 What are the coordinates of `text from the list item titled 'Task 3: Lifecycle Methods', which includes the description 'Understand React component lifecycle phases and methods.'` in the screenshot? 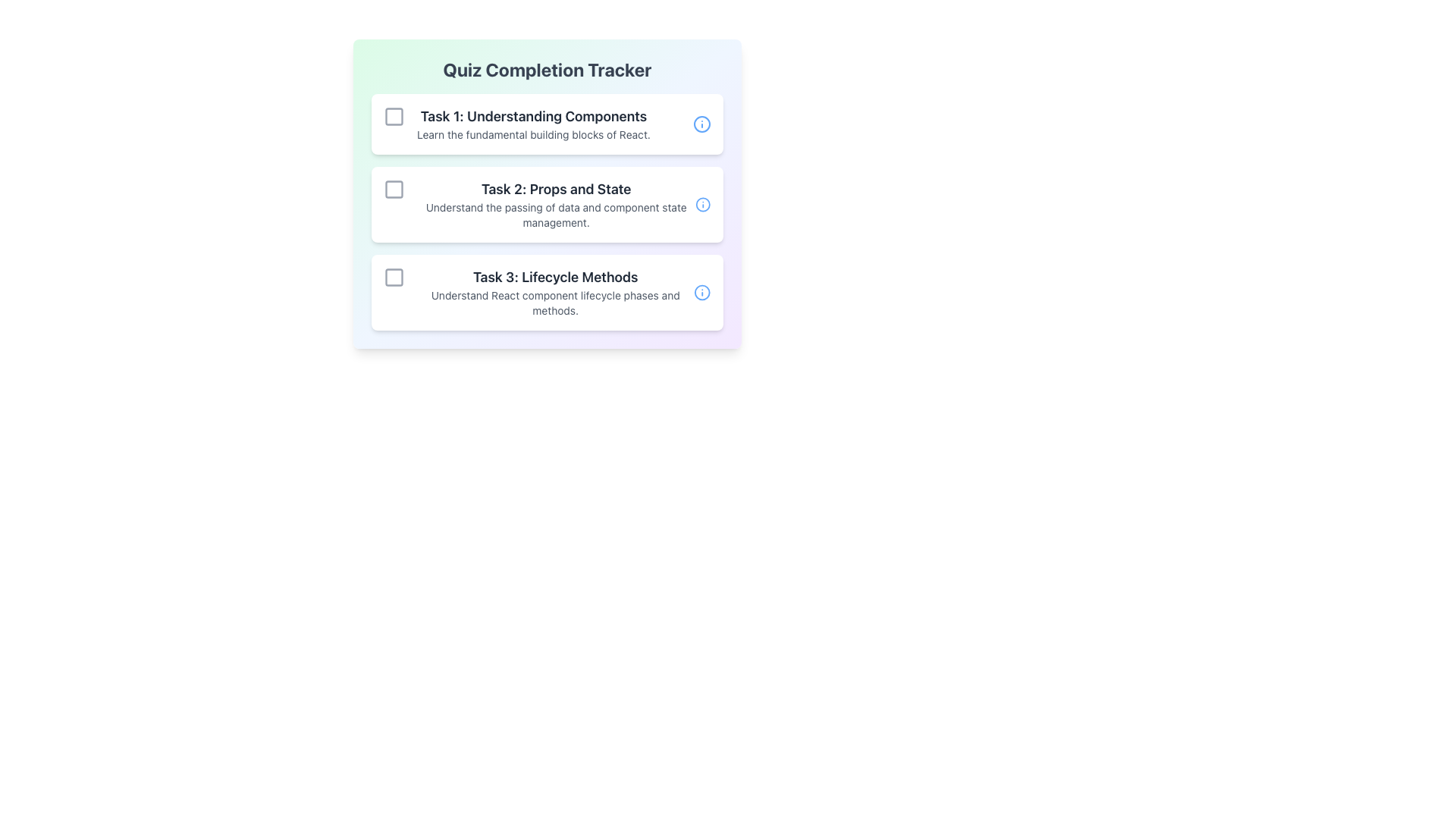 It's located at (554, 292).